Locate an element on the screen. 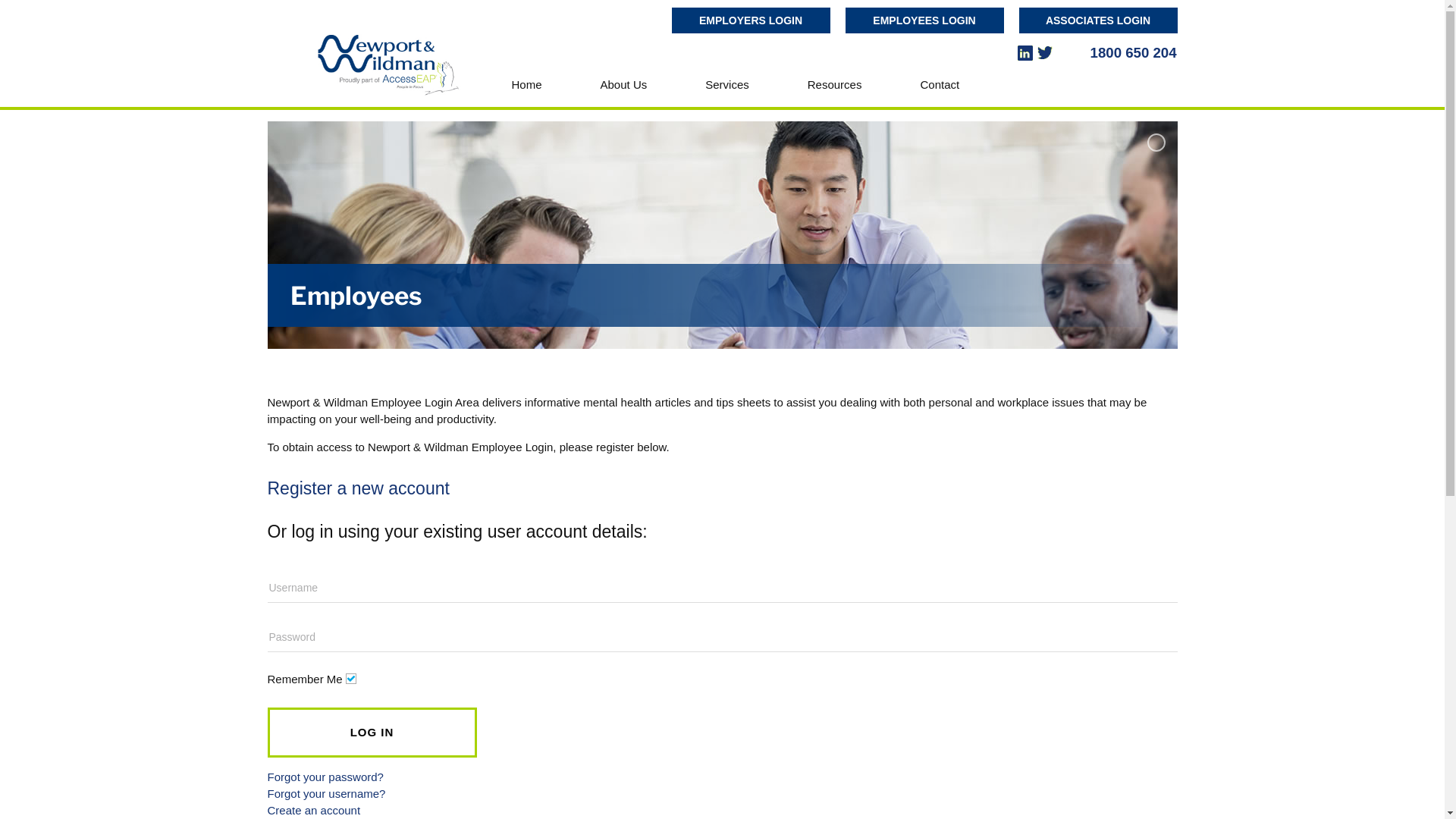 This screenshot has height=819, width=1456. 'Create an account' is located at coordinates (312, 809).